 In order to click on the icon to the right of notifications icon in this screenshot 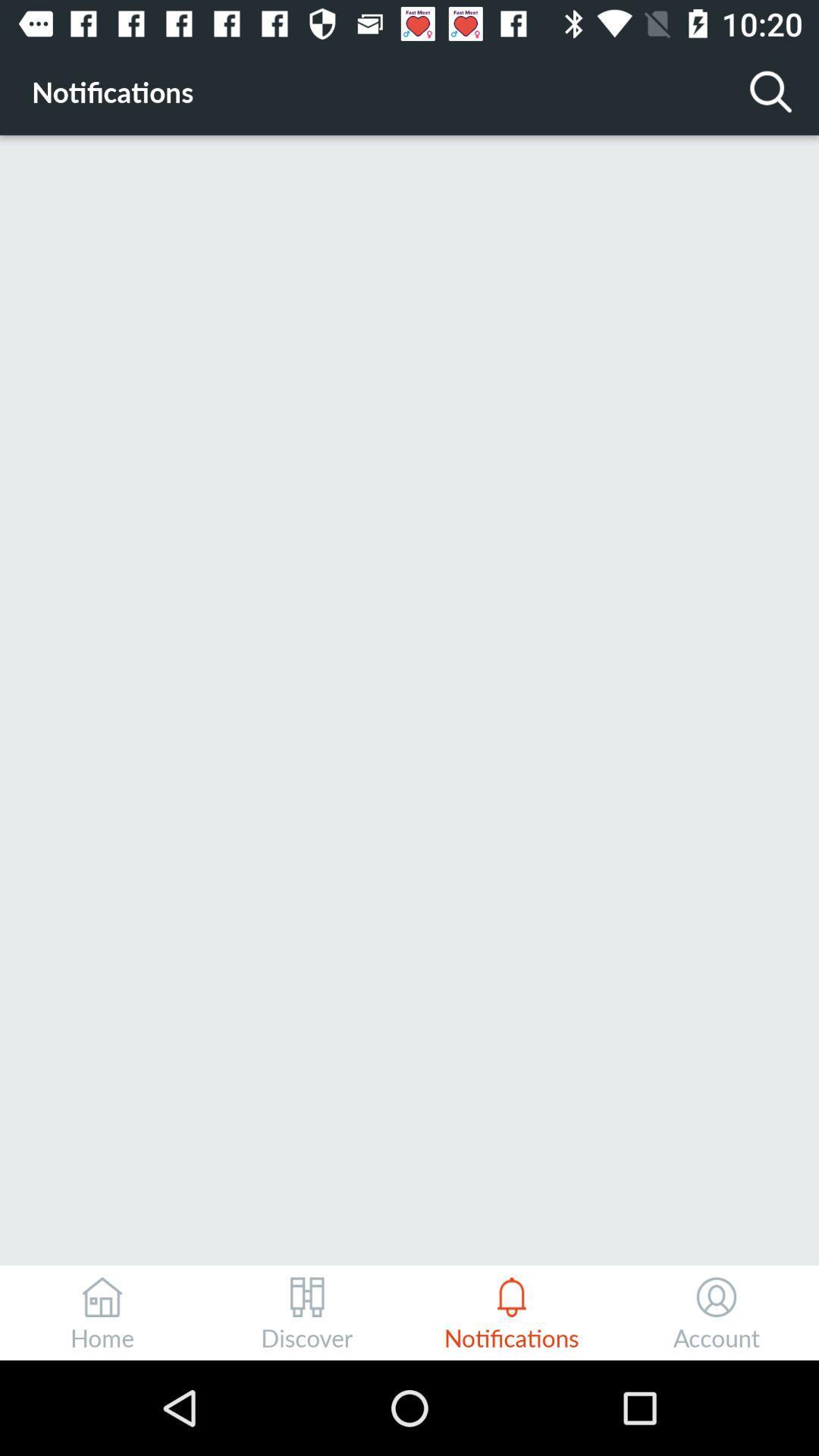, I will do `click(771, 90)`.